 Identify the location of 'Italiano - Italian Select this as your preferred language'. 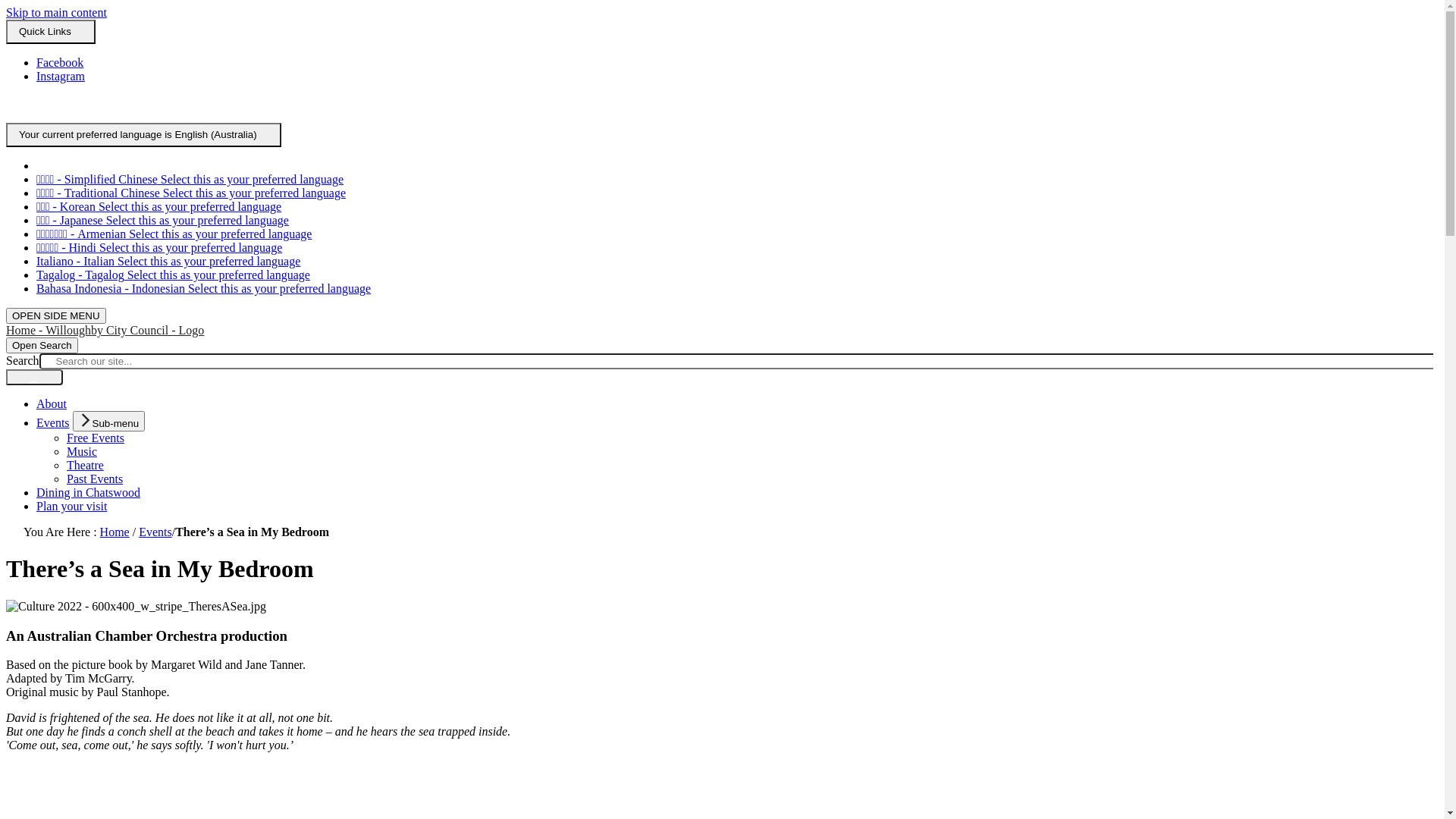
(168, 260).